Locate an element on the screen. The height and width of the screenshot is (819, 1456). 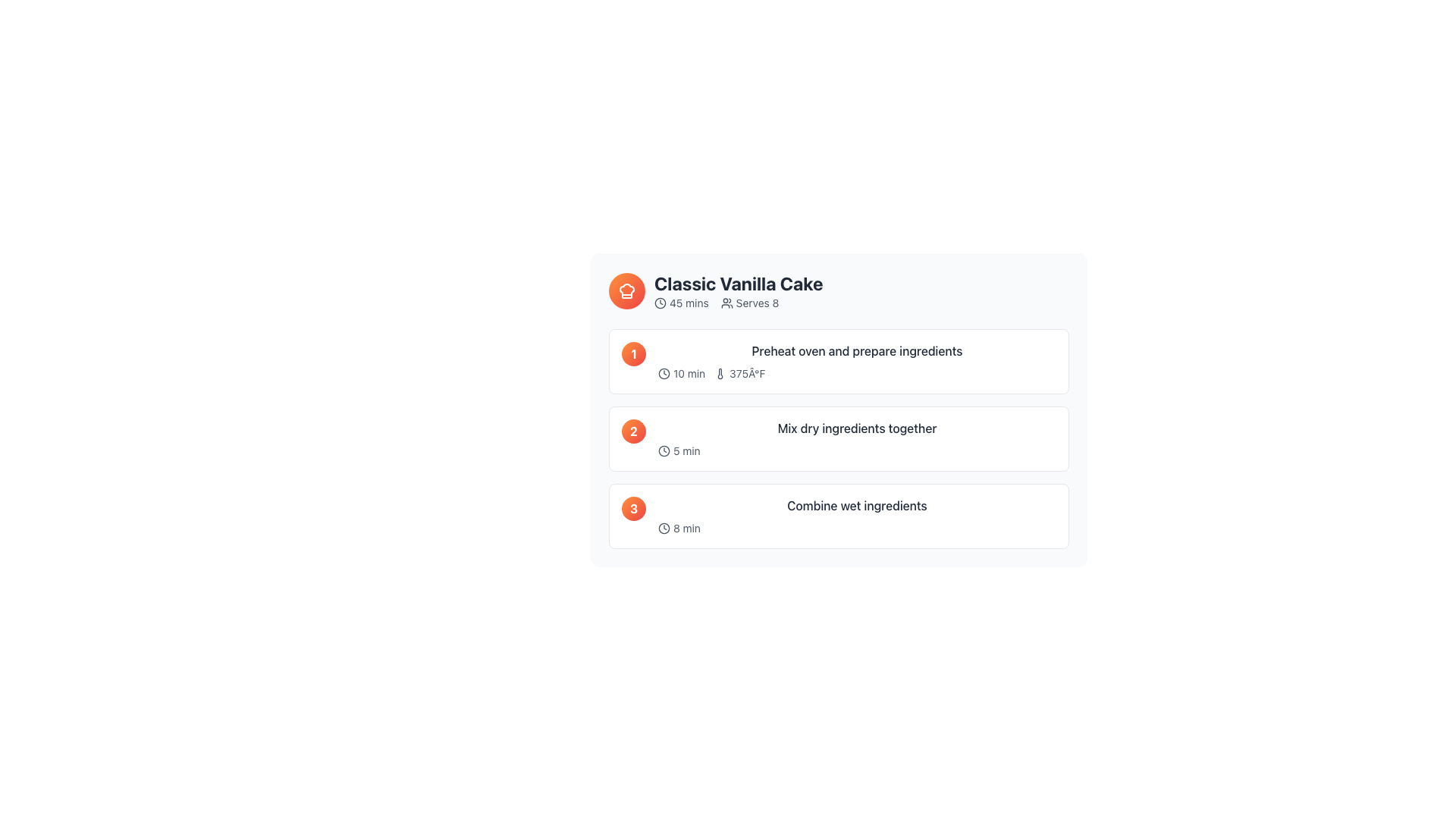
the informational text block that contains the instruction 'Combine wet ingredients' and the time detail '8 min', located in the third step of the recipe list is located at coordinates (857, 516).